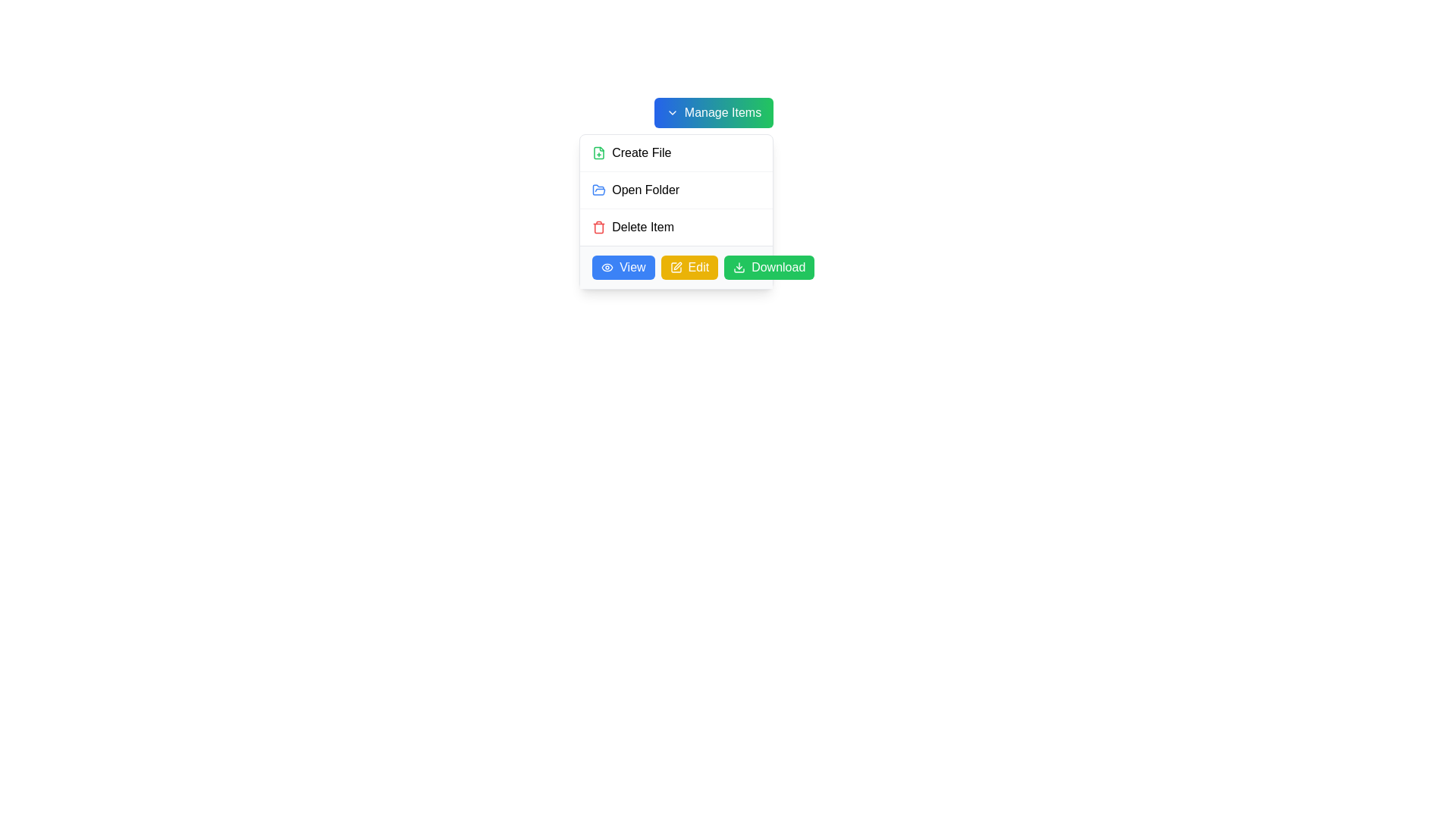 The width and height of the screenshot is (1456, 819). I want to click on the 'Open Folder' icon located in the dropdown menu under the 'Manage Items' button, so click(598, 189).